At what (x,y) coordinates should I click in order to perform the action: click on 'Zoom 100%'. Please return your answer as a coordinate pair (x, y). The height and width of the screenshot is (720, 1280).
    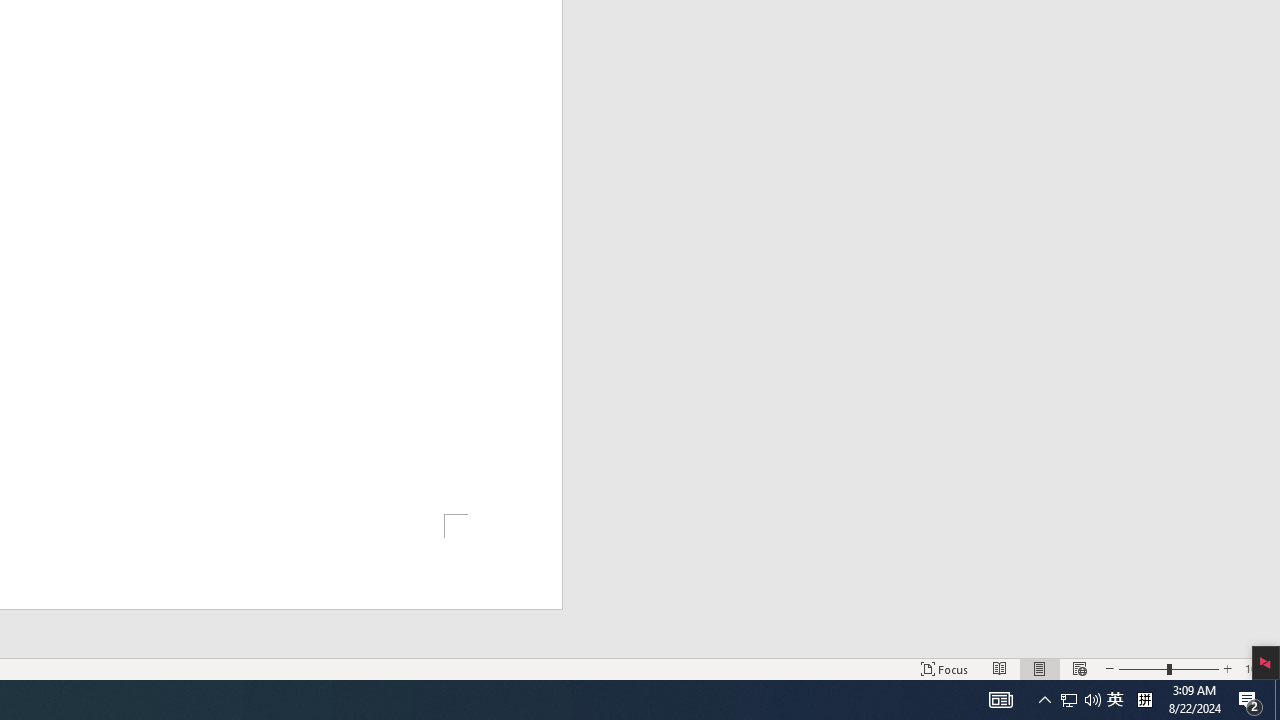
    Looking at the image, I should click on (1257, 669).